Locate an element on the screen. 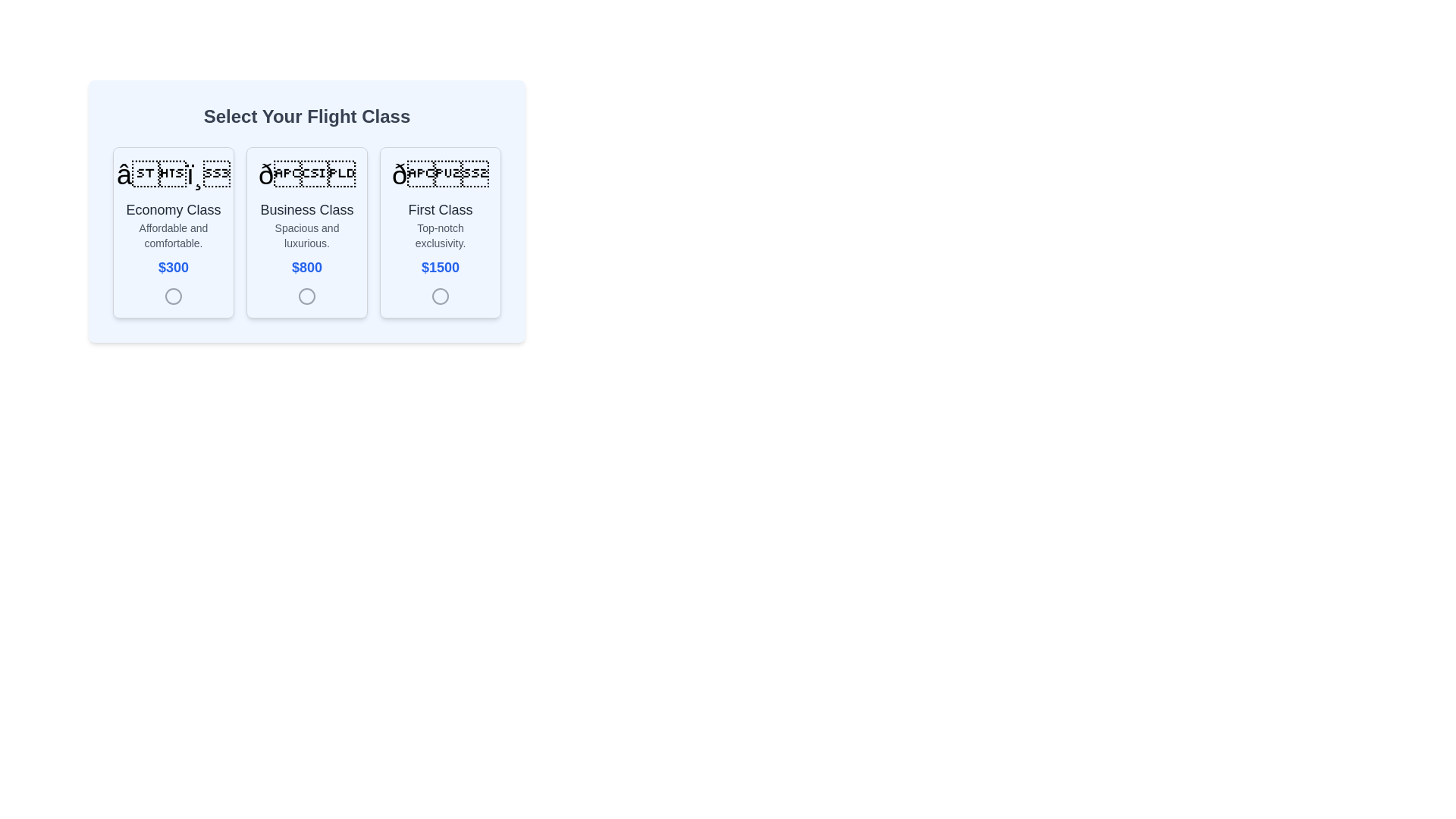  descriptive tagline about the 'Business Class' offering, which is located in the second card below the title 'Business Class' and above the price '$800' is located at coordinates (306, 236).